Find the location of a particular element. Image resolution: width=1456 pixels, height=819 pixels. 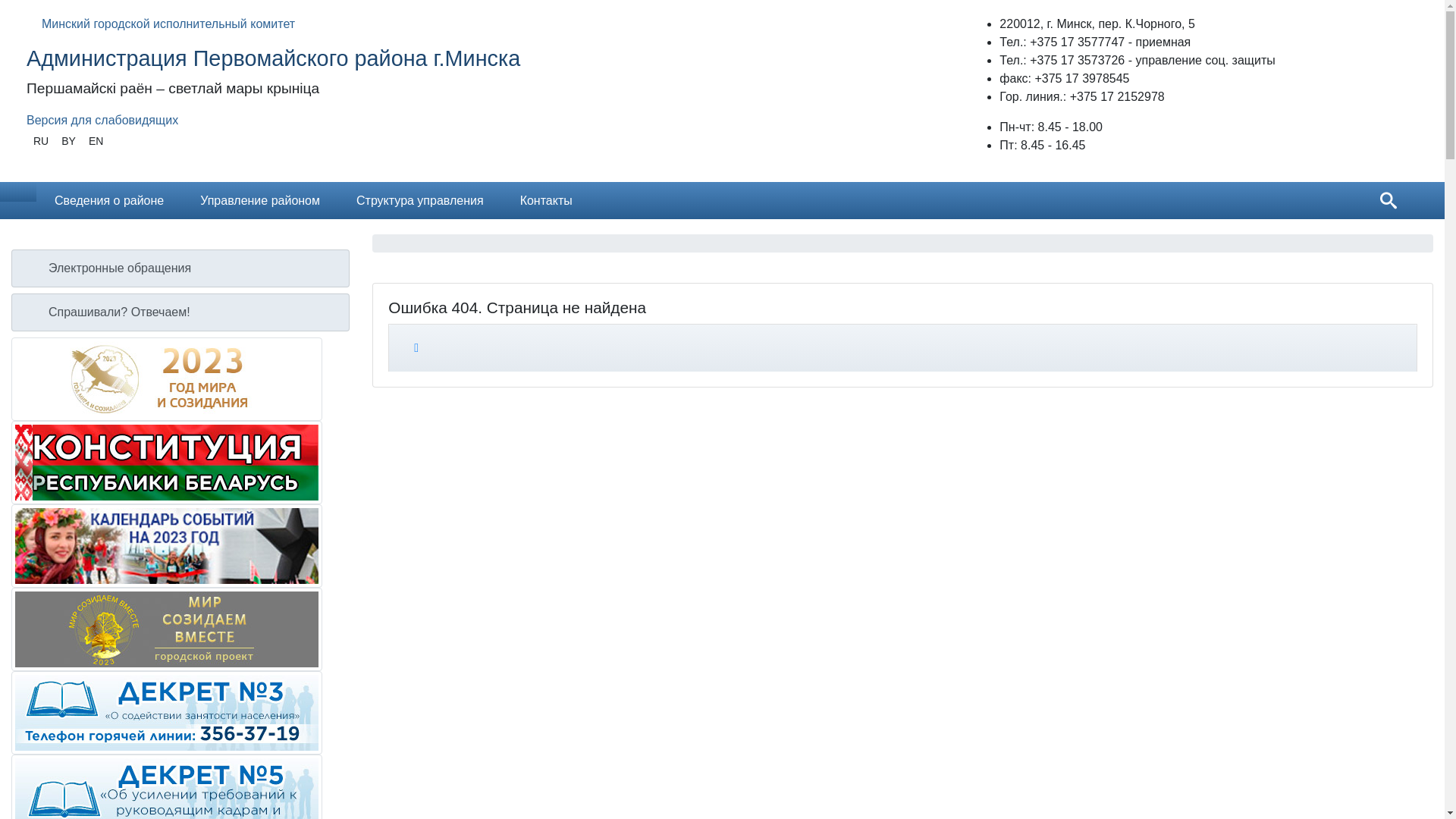

'RU' is located at coordinates (40, 141).